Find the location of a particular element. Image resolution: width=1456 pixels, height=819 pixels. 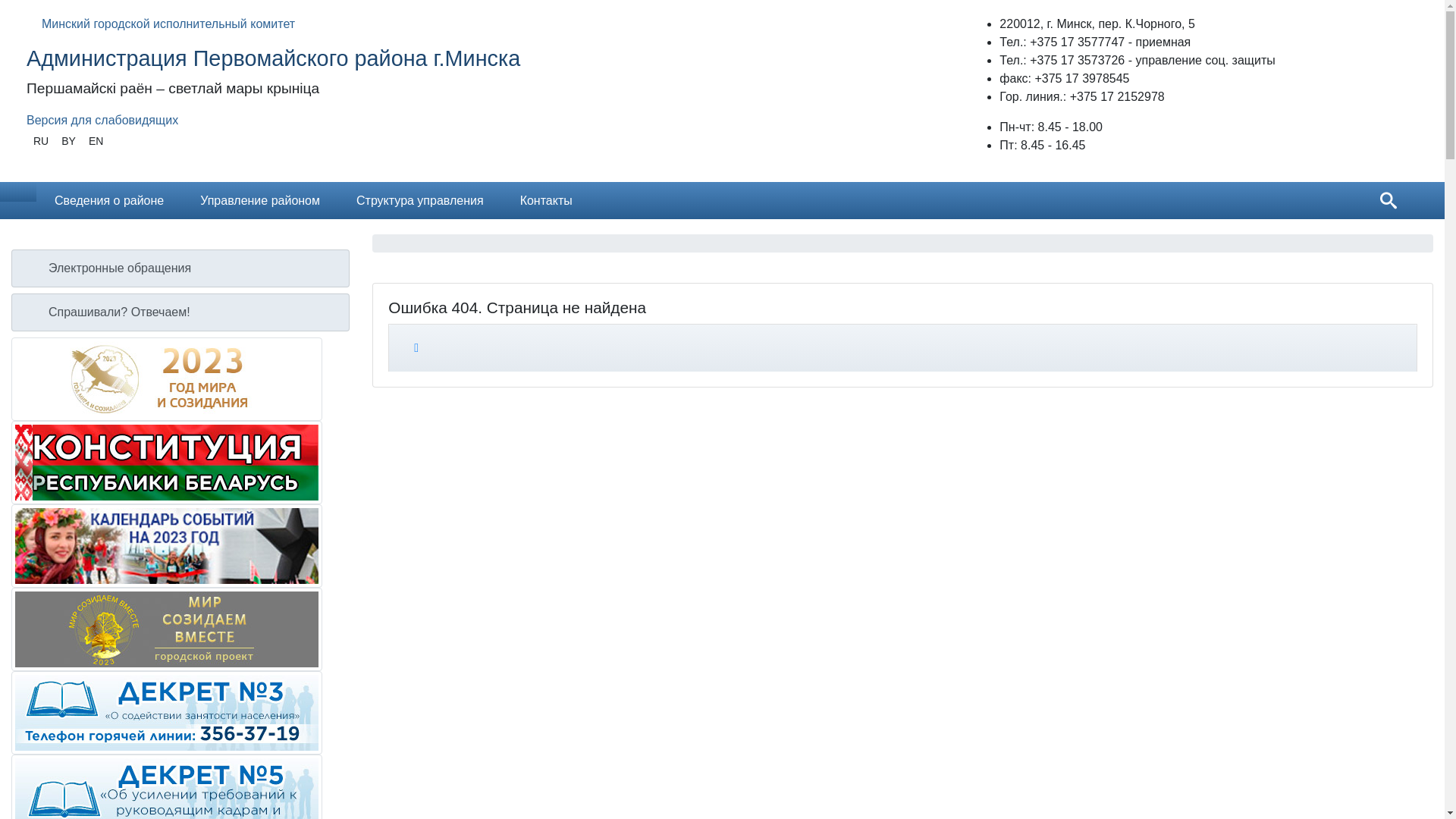

'RU' is located at coordinates (40, 141).